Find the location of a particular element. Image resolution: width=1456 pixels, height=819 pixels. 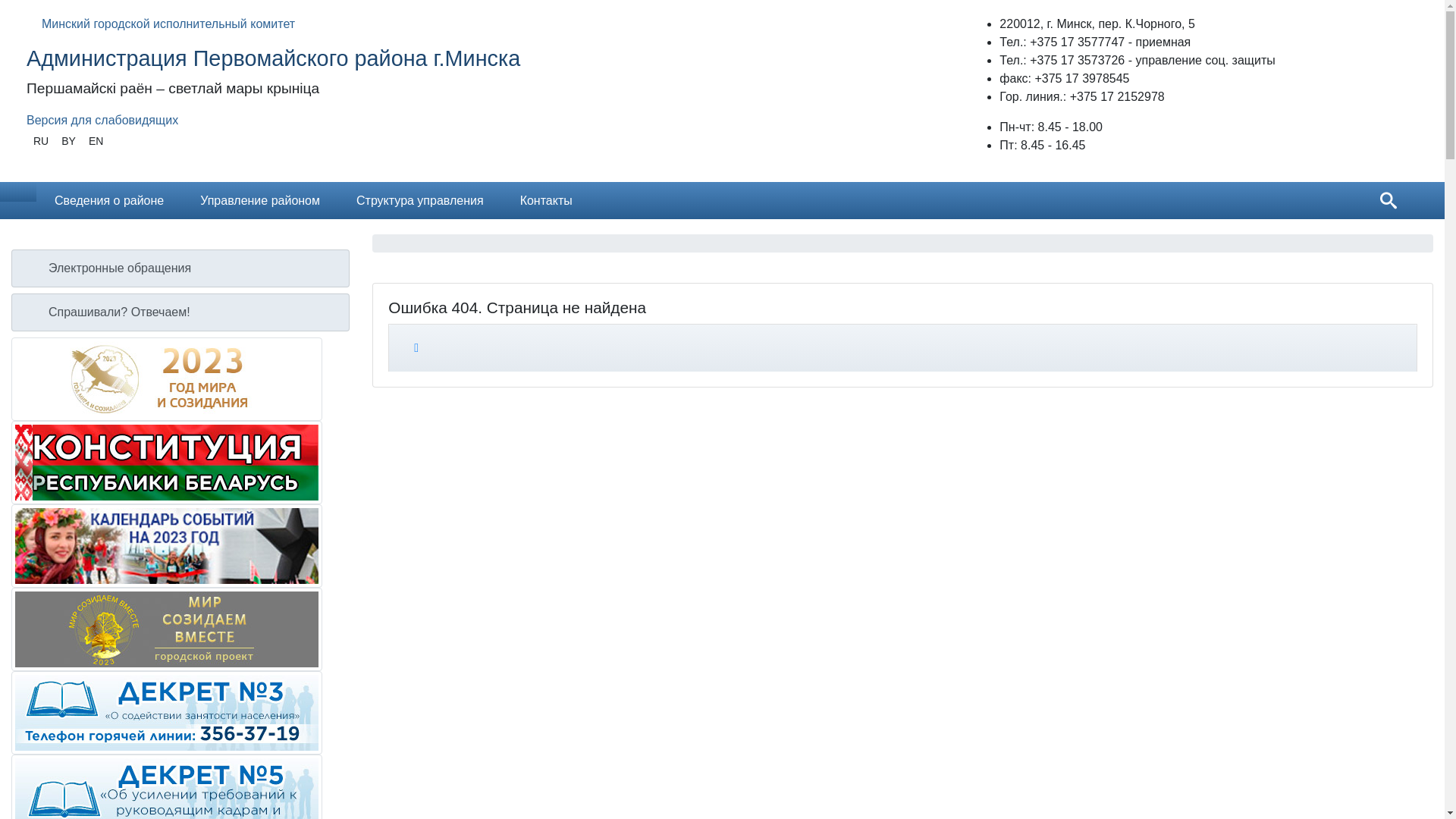

'RU' is located at coordinates (40, 141).